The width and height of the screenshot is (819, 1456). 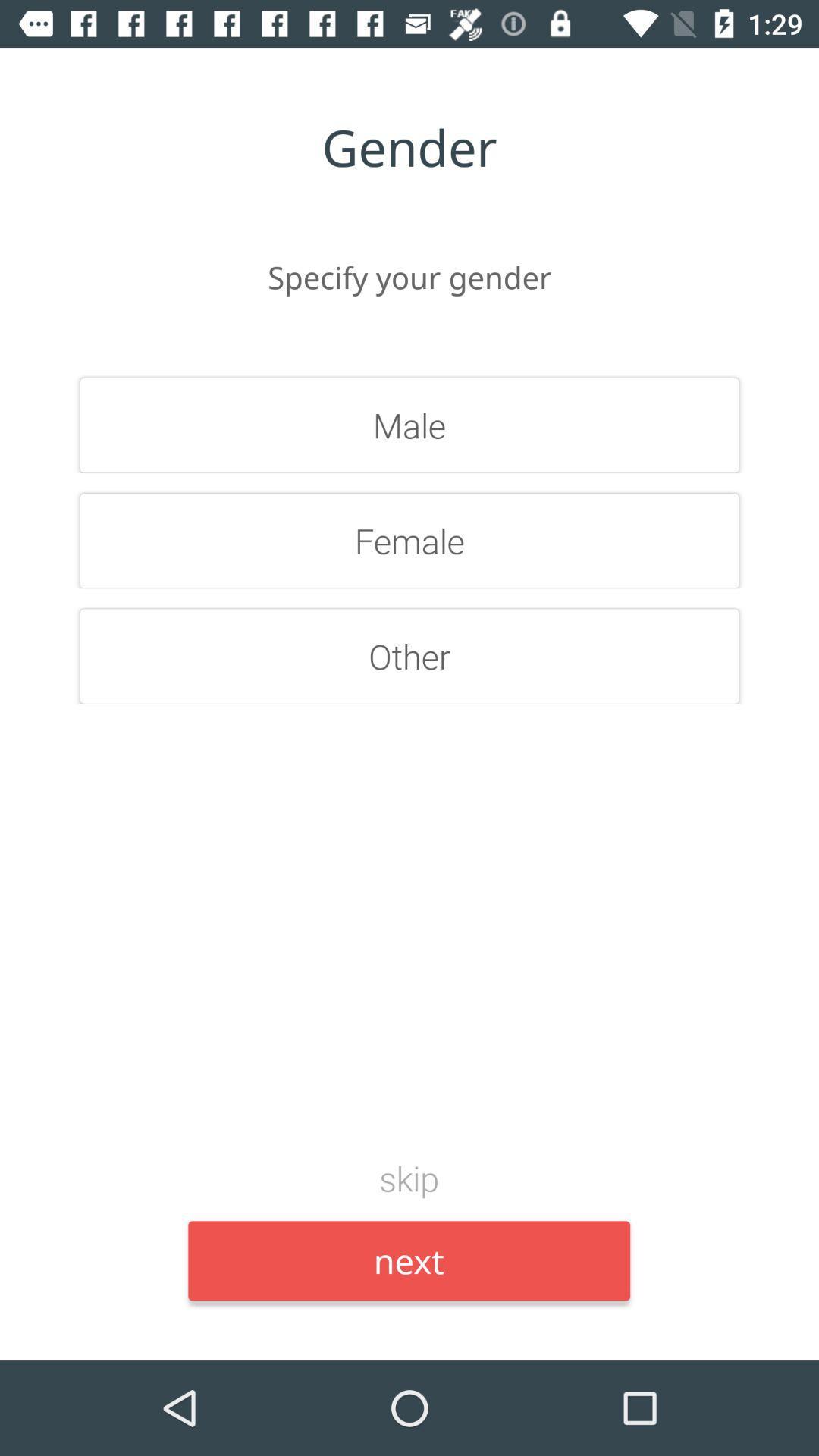 What do you see at coordinates (409, 656) in the screenshot?
I see `the other` at bounding box center [409, 656].